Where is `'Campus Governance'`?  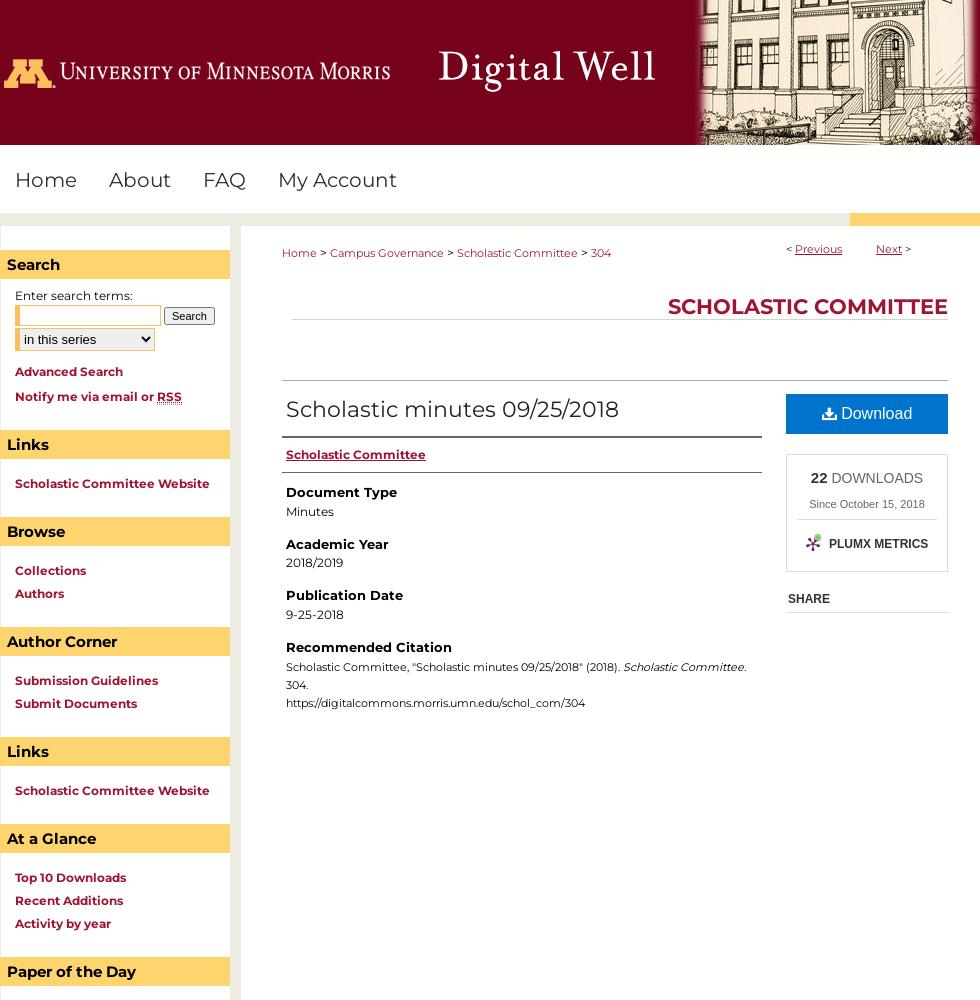
'Campus Governance' is located at coordinates (329, 253).